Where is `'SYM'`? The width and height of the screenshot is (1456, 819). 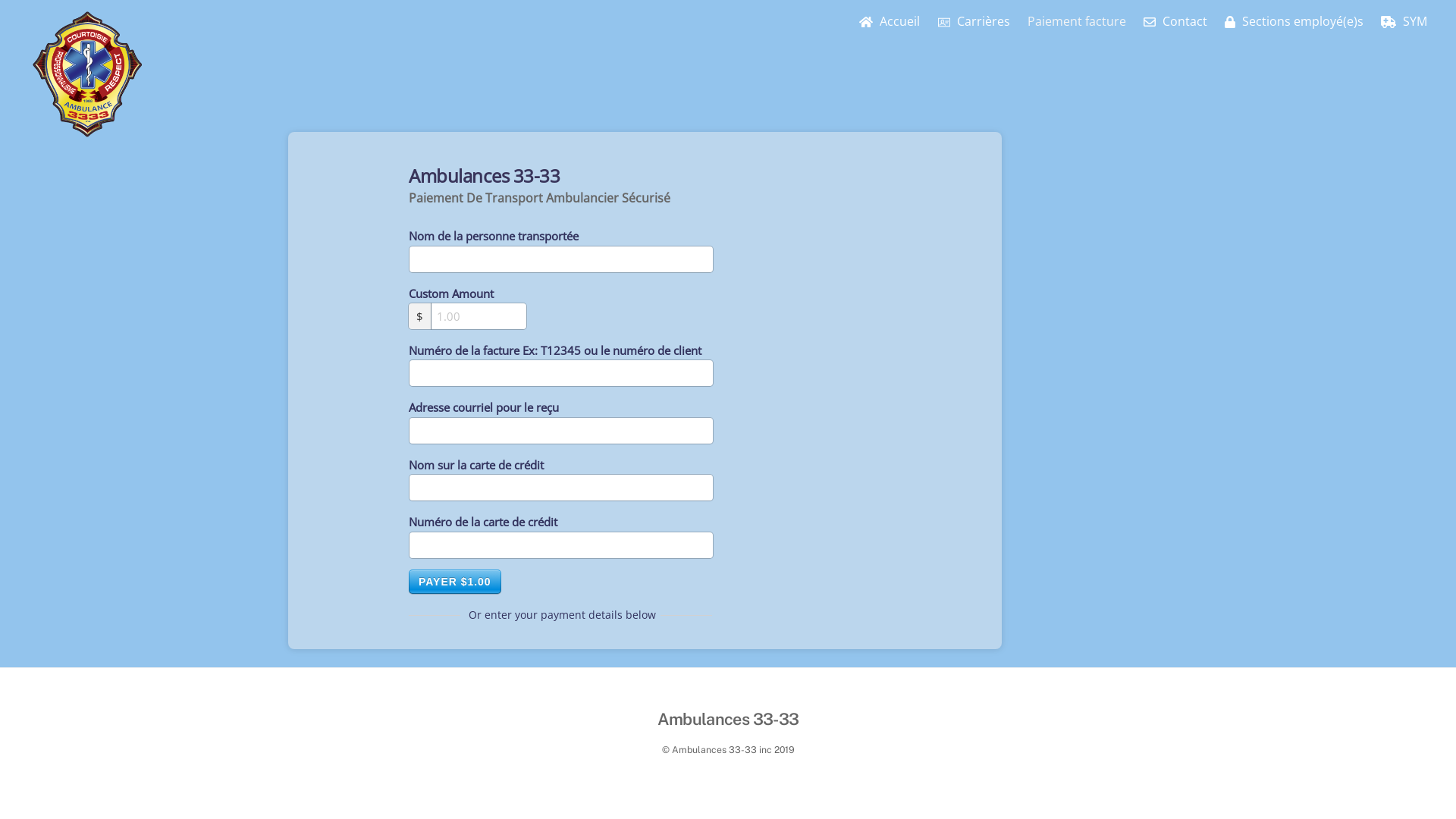 'SYM' is located at coordinates (1404, 20).